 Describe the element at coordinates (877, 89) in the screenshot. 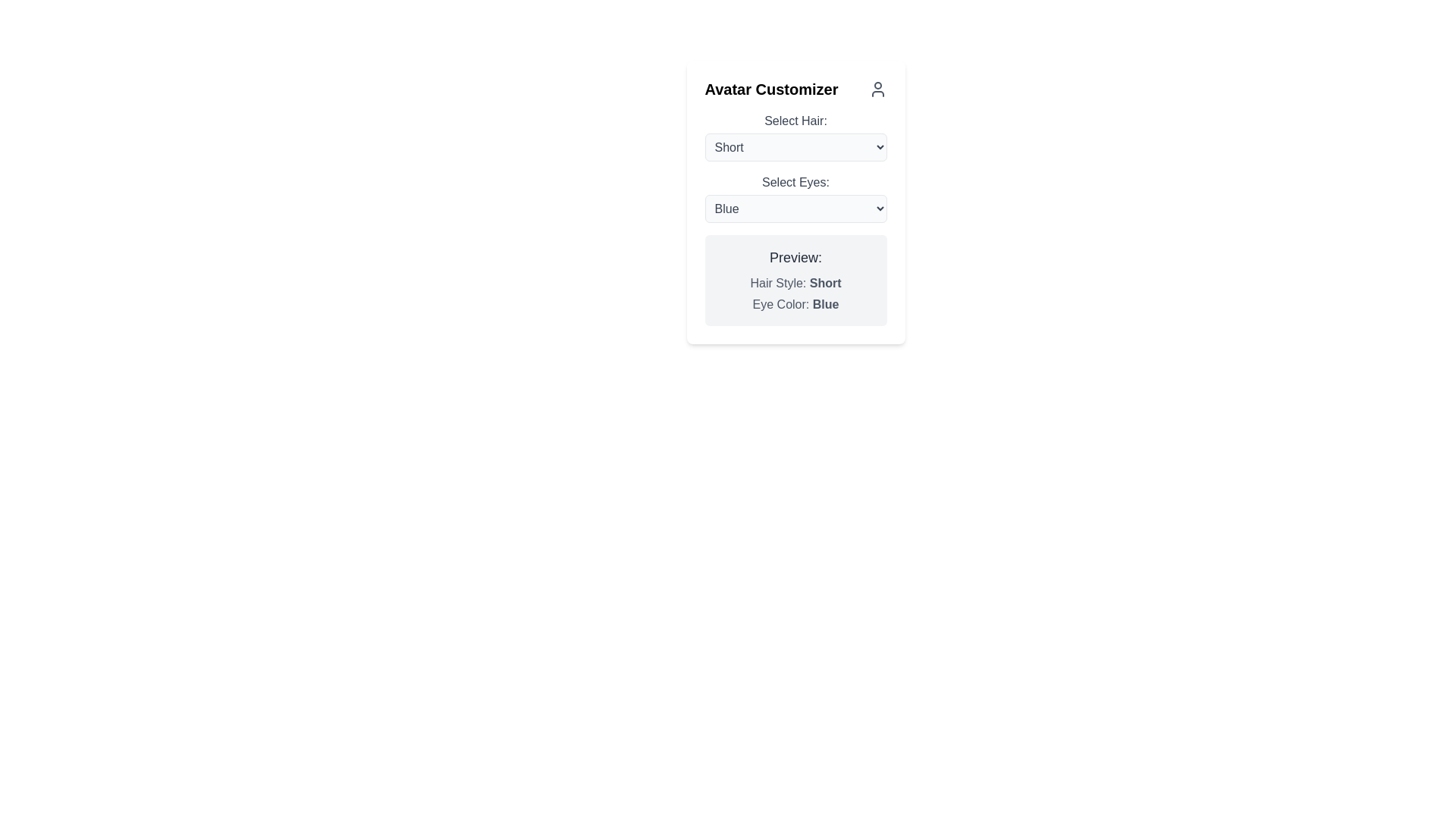

I see `the user avatar-shaped icon, which is gray and located at the top right of the 'Avatar Customizer' panel, aligned with the title` at that location.